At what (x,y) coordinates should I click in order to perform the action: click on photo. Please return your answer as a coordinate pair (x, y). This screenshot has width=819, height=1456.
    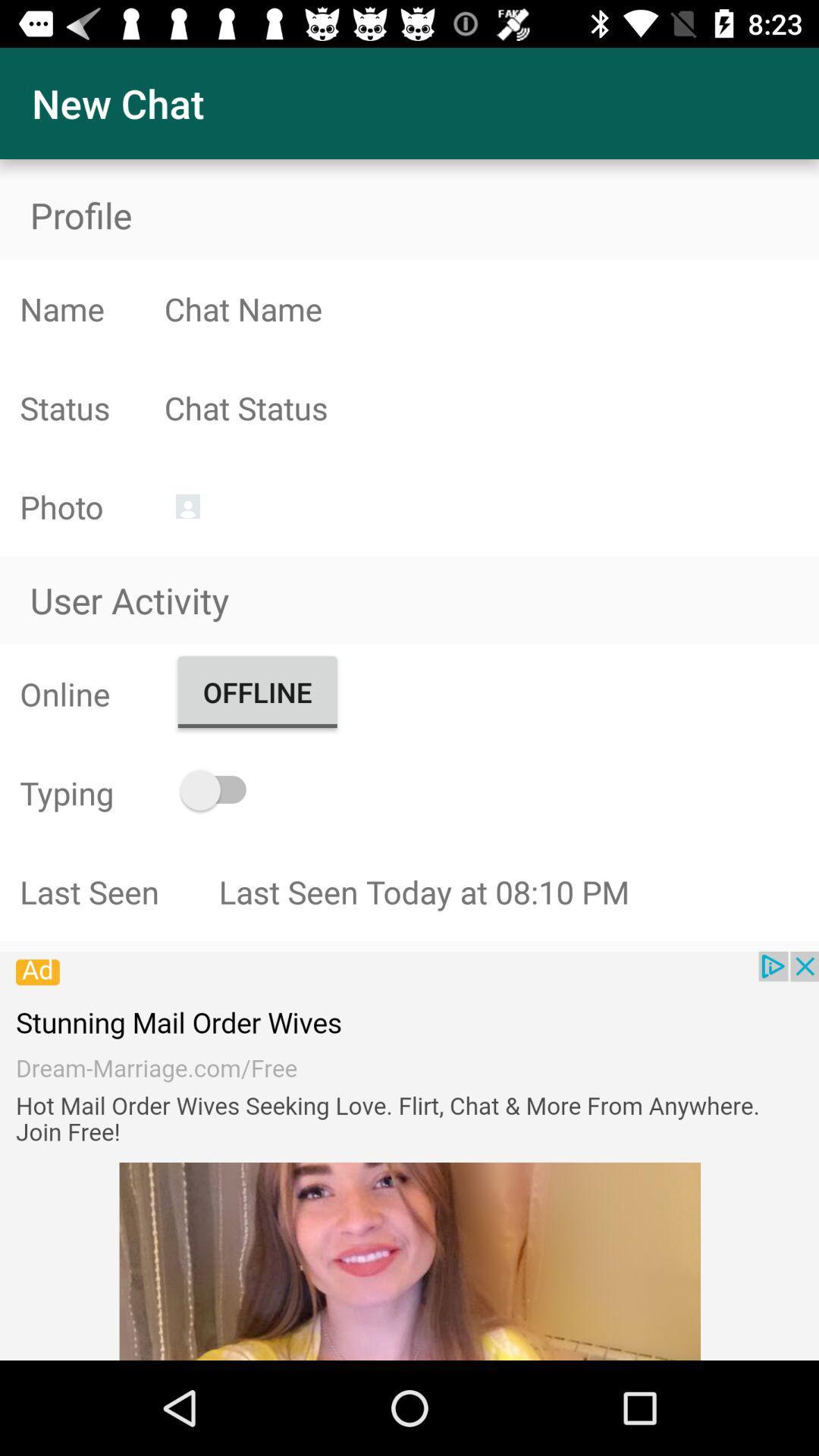
    Looking at the image, I should click on (187, 506).